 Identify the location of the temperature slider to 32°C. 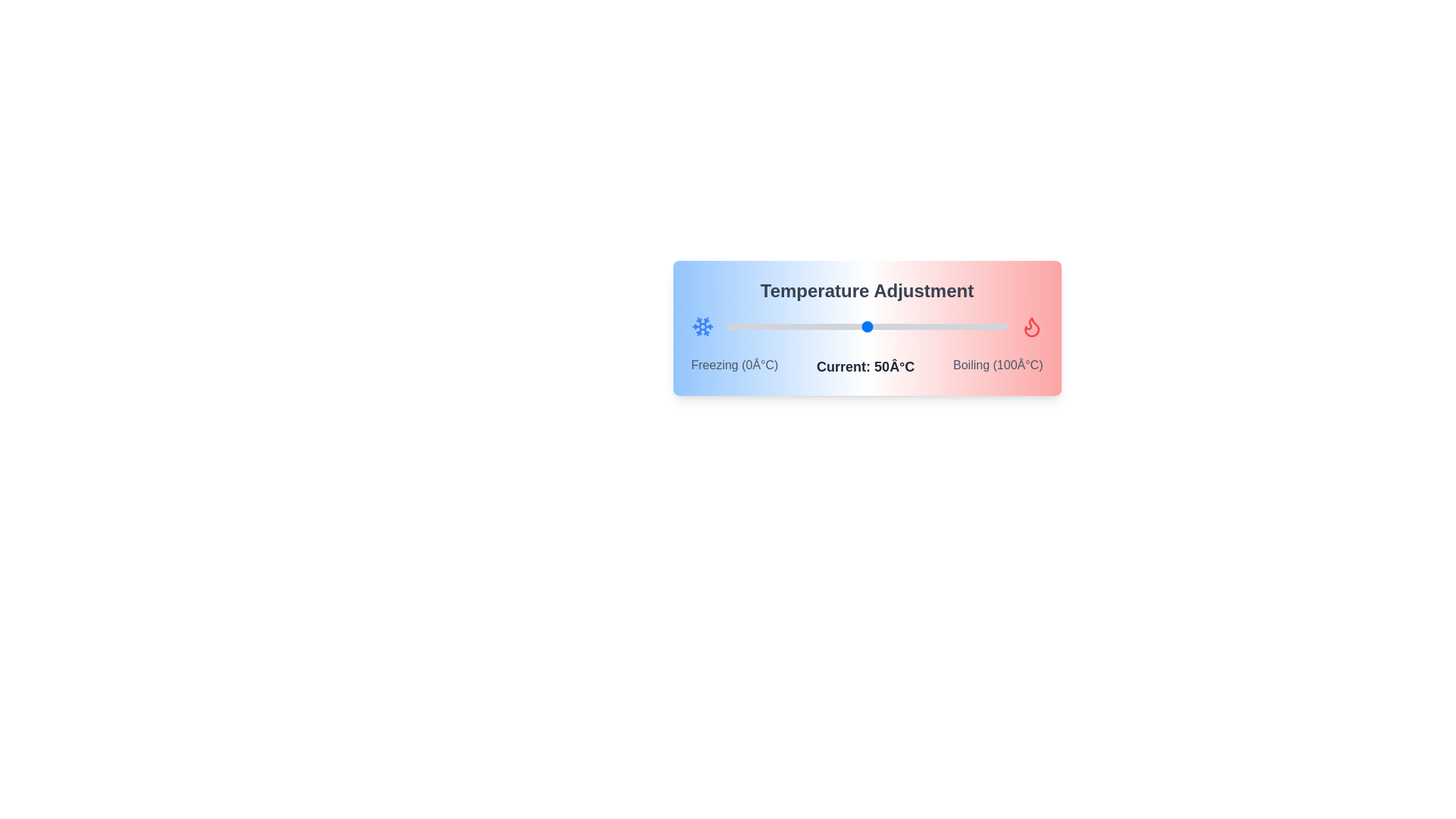
(815, 326).